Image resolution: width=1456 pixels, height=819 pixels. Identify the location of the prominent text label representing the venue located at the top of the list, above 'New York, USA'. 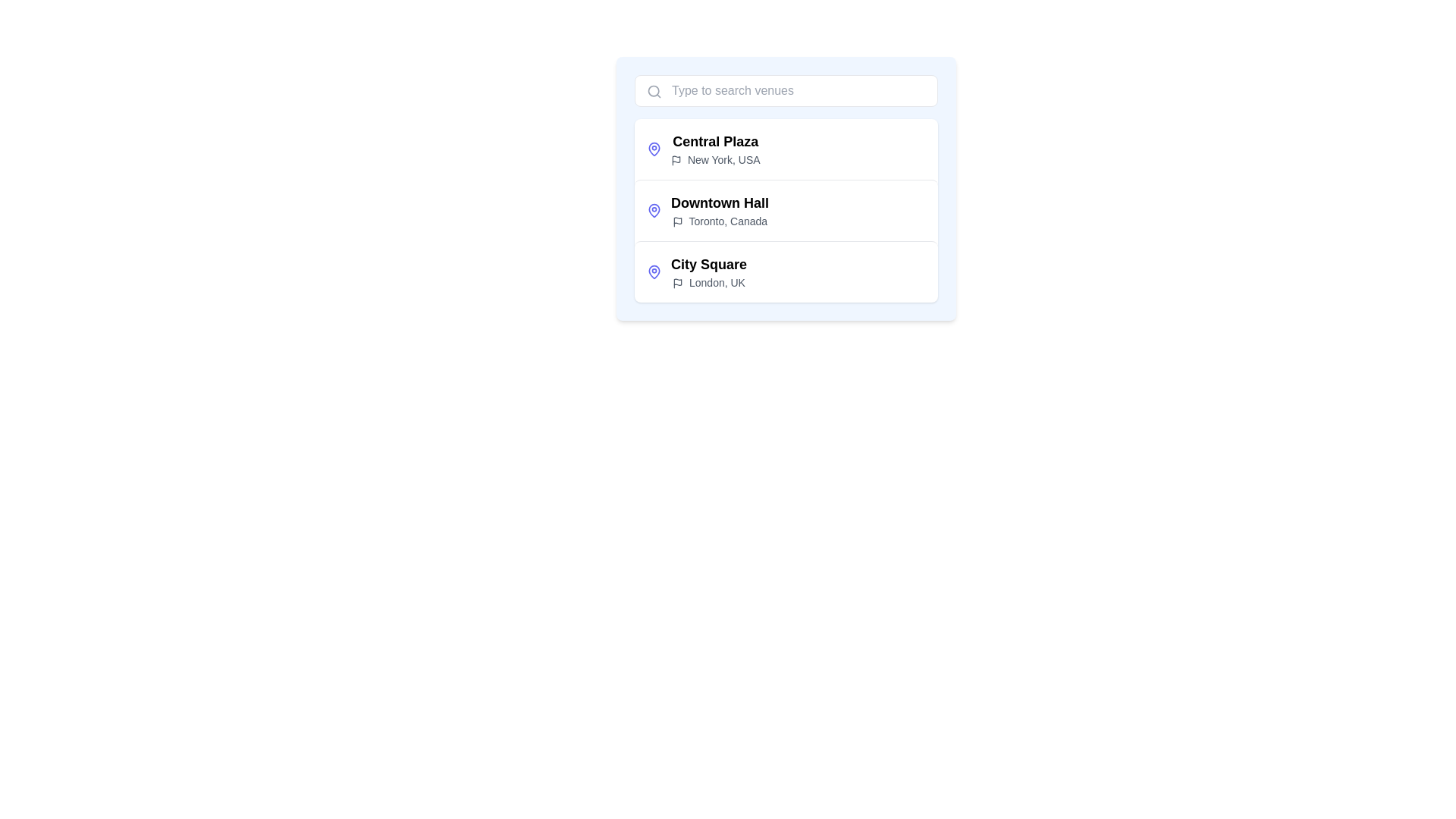
(714, 141).